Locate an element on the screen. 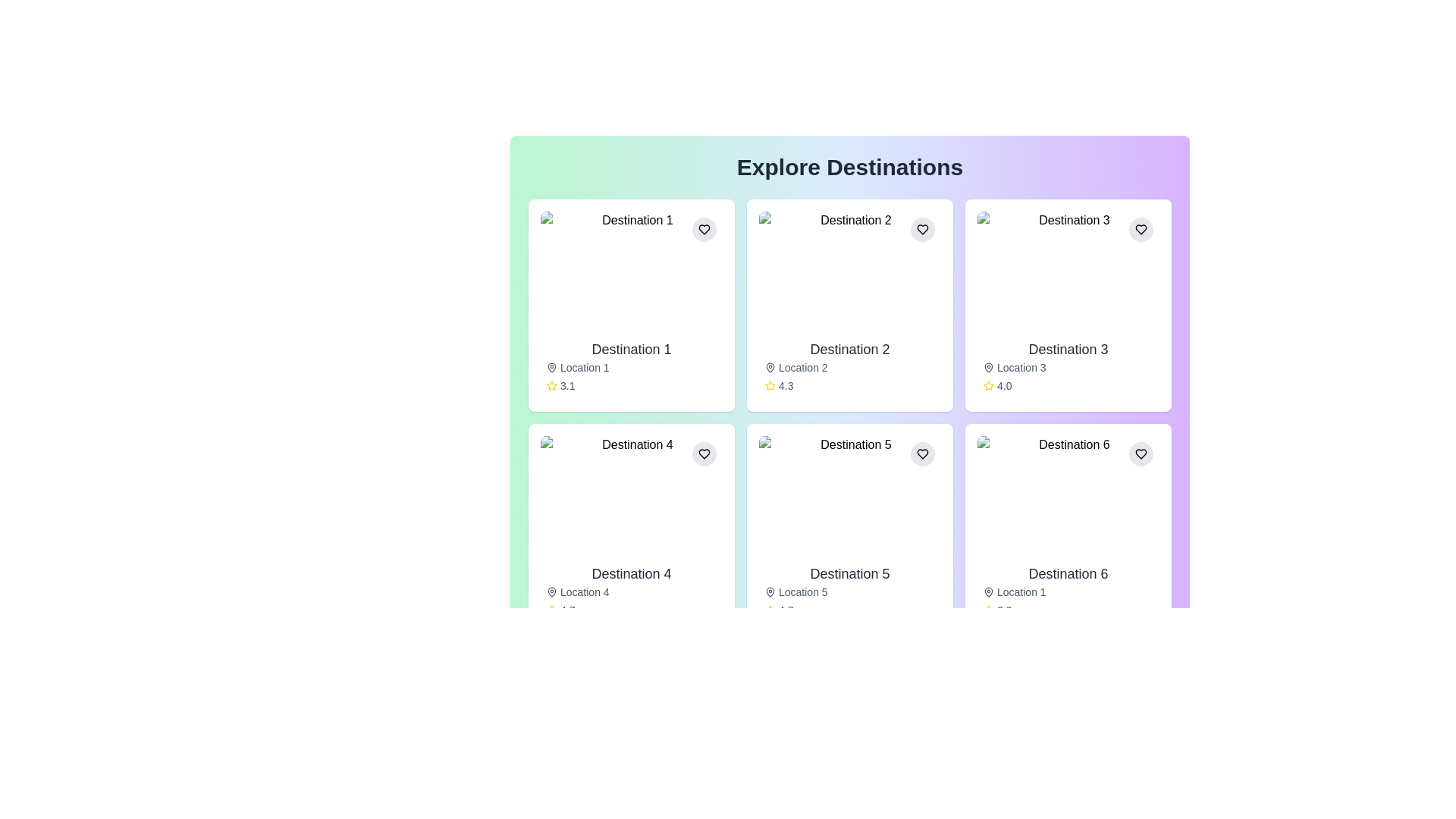 The width and height of the screenshot is (1456, 819). the heart-shaped icon is located at coordinates (1141, 453).